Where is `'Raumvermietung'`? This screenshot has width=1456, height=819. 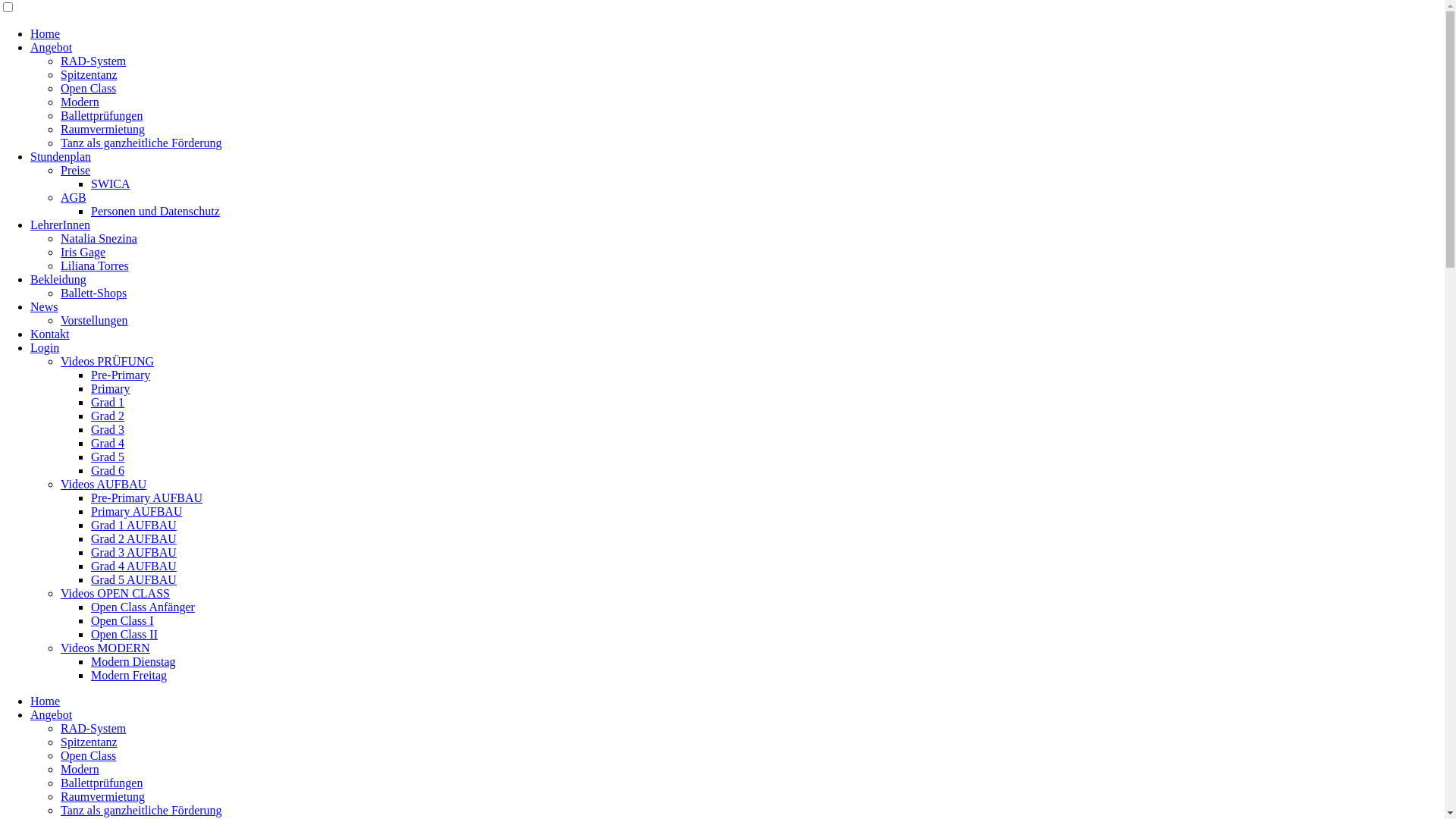
'Raumvermietung' is located at coordinates (61, 128).